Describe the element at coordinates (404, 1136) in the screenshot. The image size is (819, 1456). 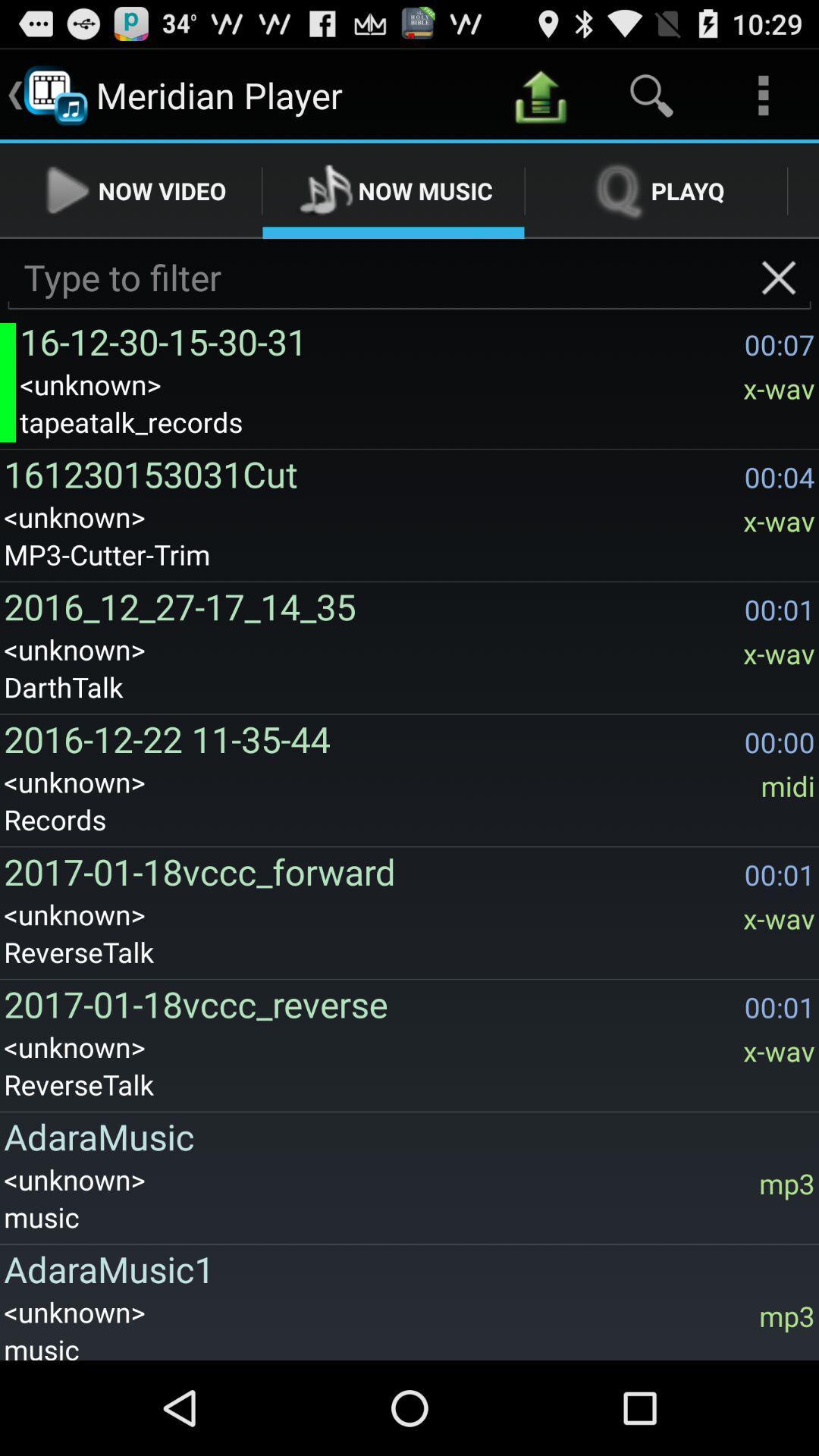
I see `icon above the <unknown>` at that location.